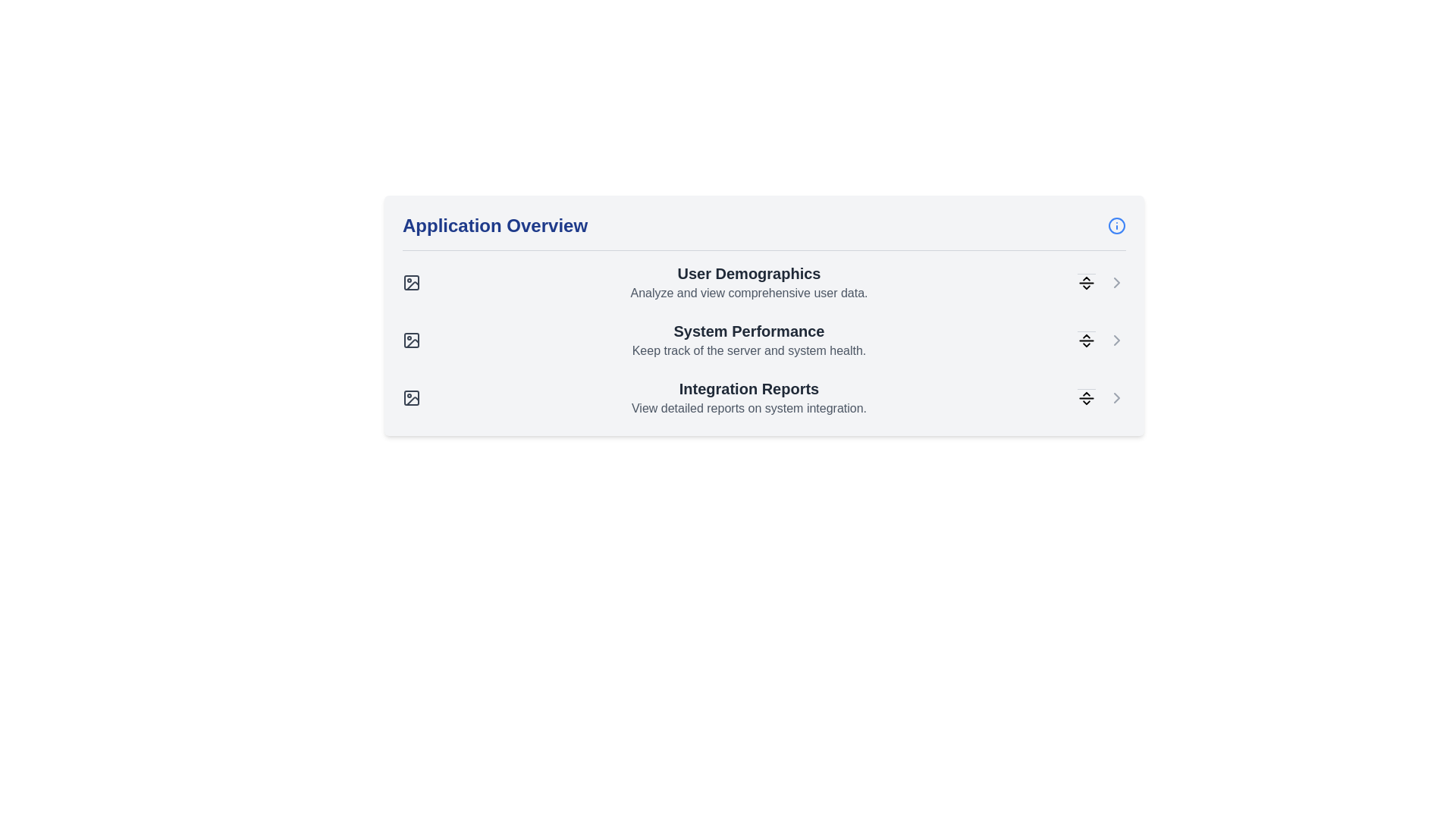 Image resolution: width=1456 pixels, height=819 pixels. I want to click on the descriptive text label positioned below the 'User Demographics' header, which provides additional information about the section, so click(749, 293).